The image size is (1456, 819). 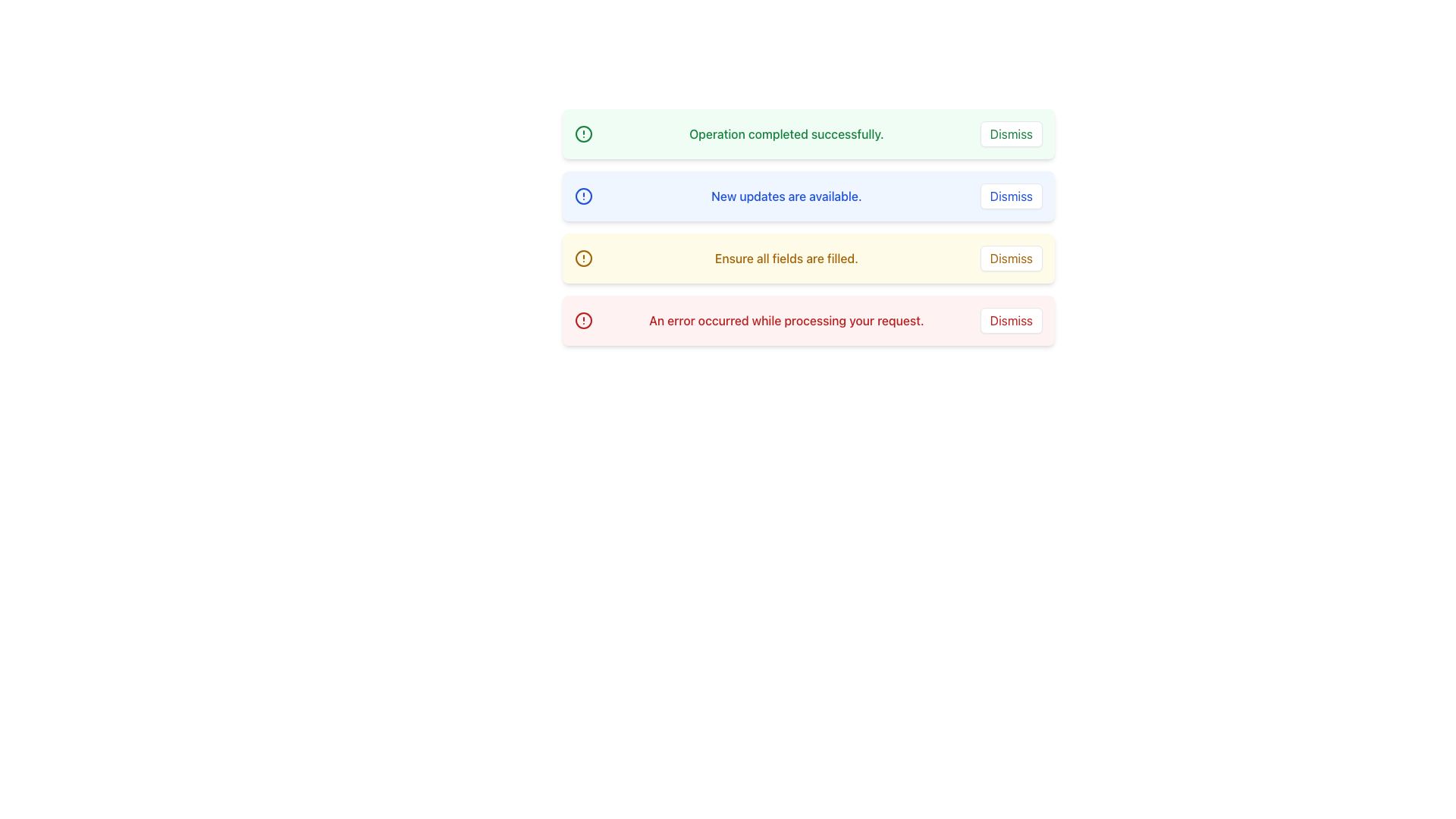 I want to click on the circular base of the alert icon, which signifies an error or warning in the notification at the bottom of the list, so click(x=582, y=320).